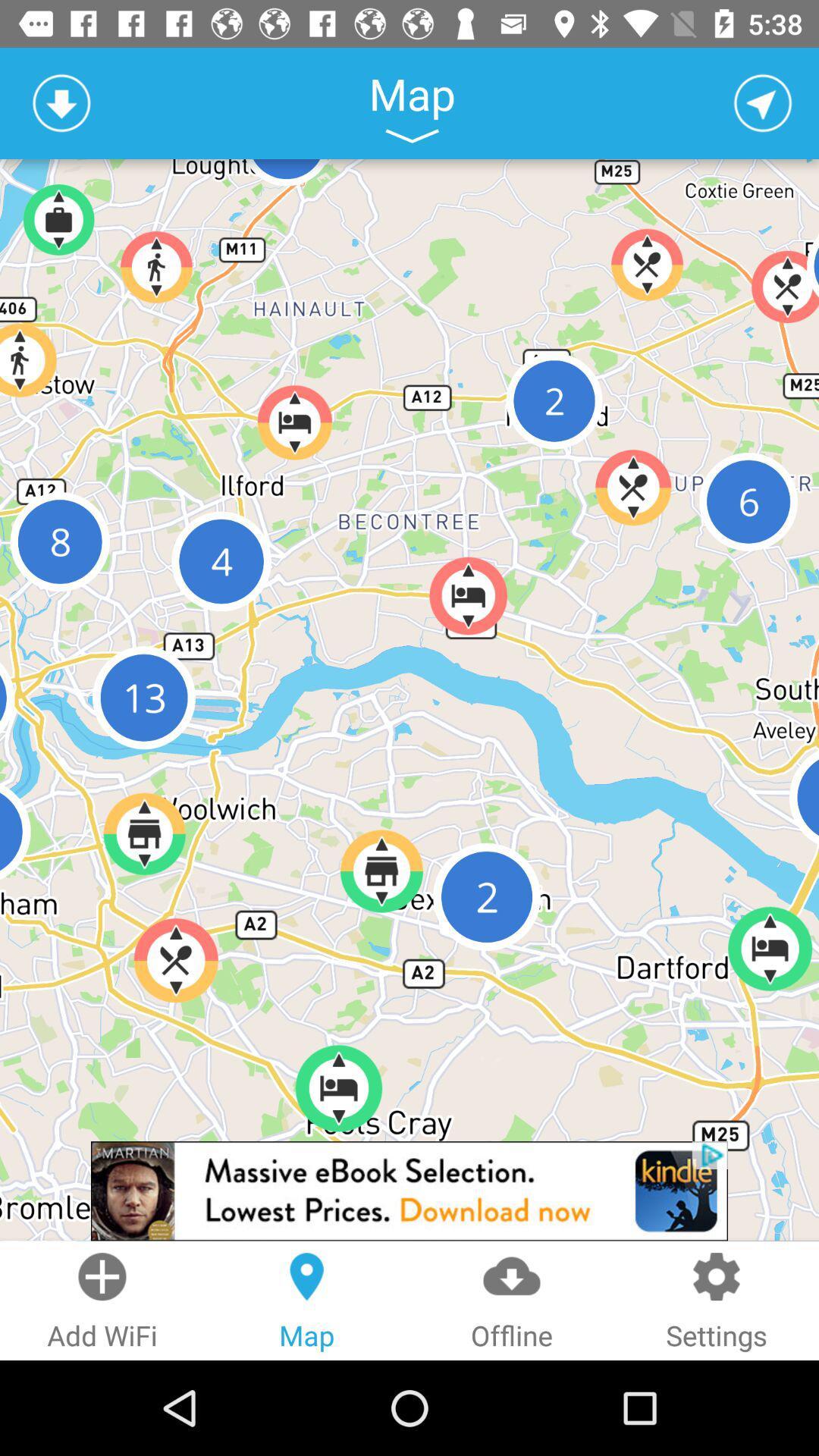 The width and height of the screenshot is (819, 1456). What do you see at coordinates (763, 102) in the screenshot?
I see `navigate` at bounding box center [763, 102].